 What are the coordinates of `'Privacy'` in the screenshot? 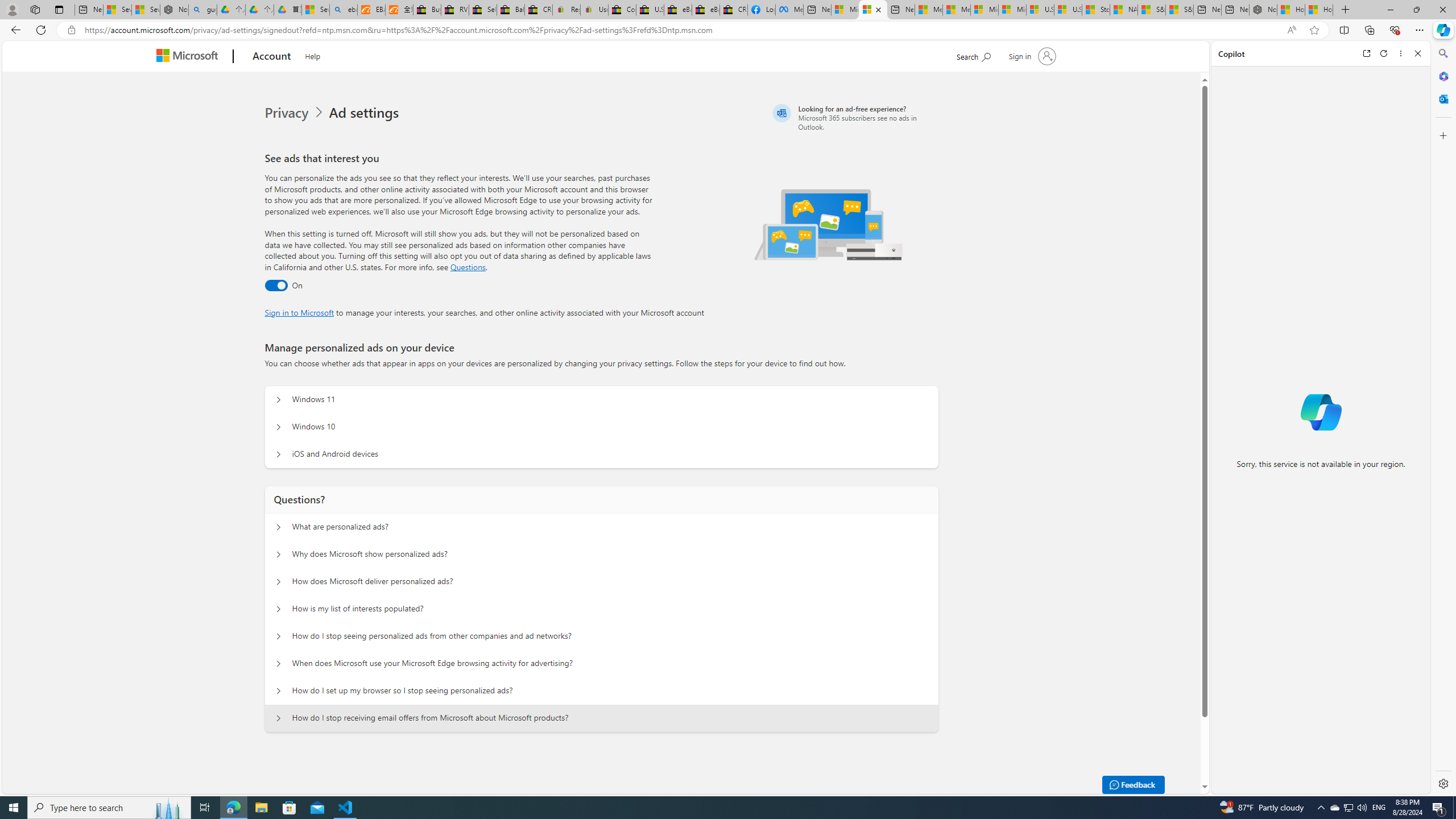 It's located at (295, 113).